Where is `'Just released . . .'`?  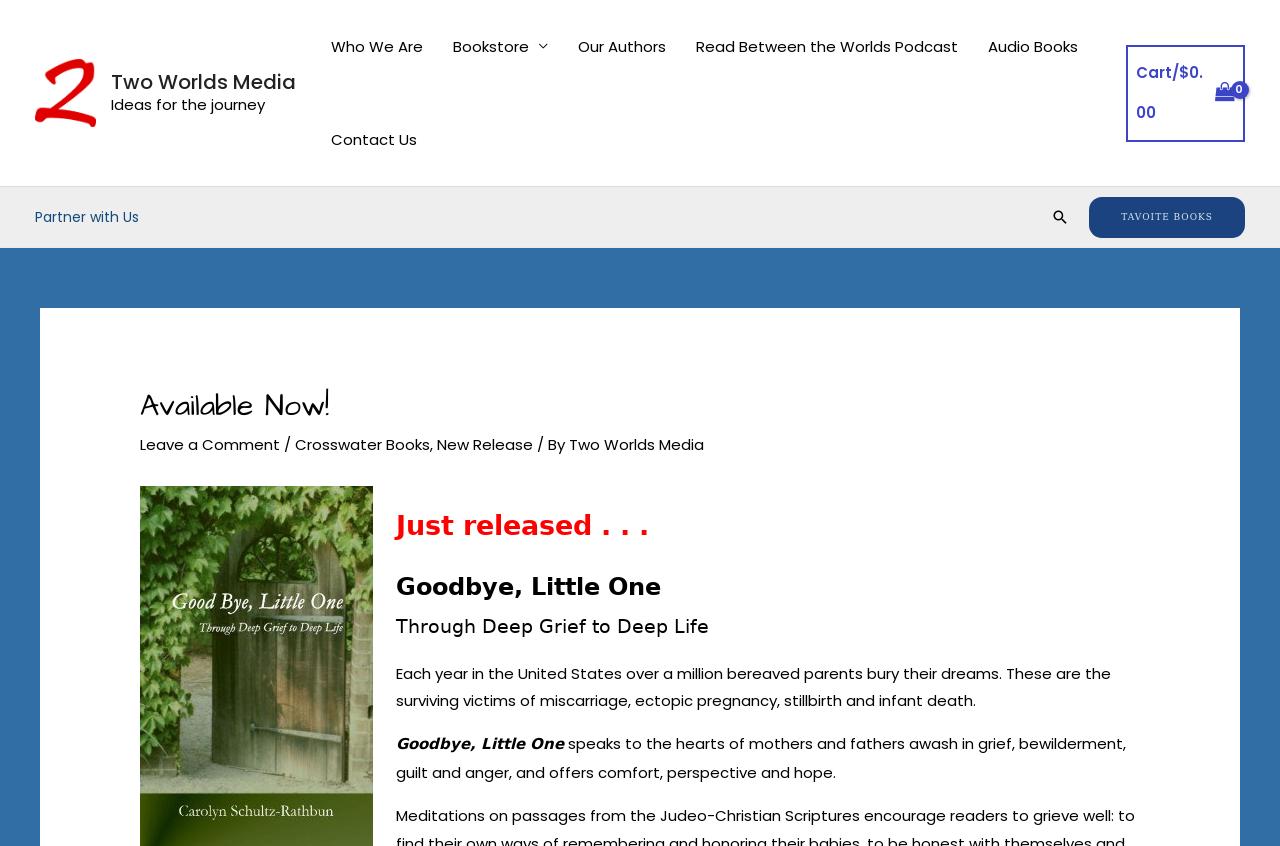 'Just released . . .' is located at coordinates (521, 524).